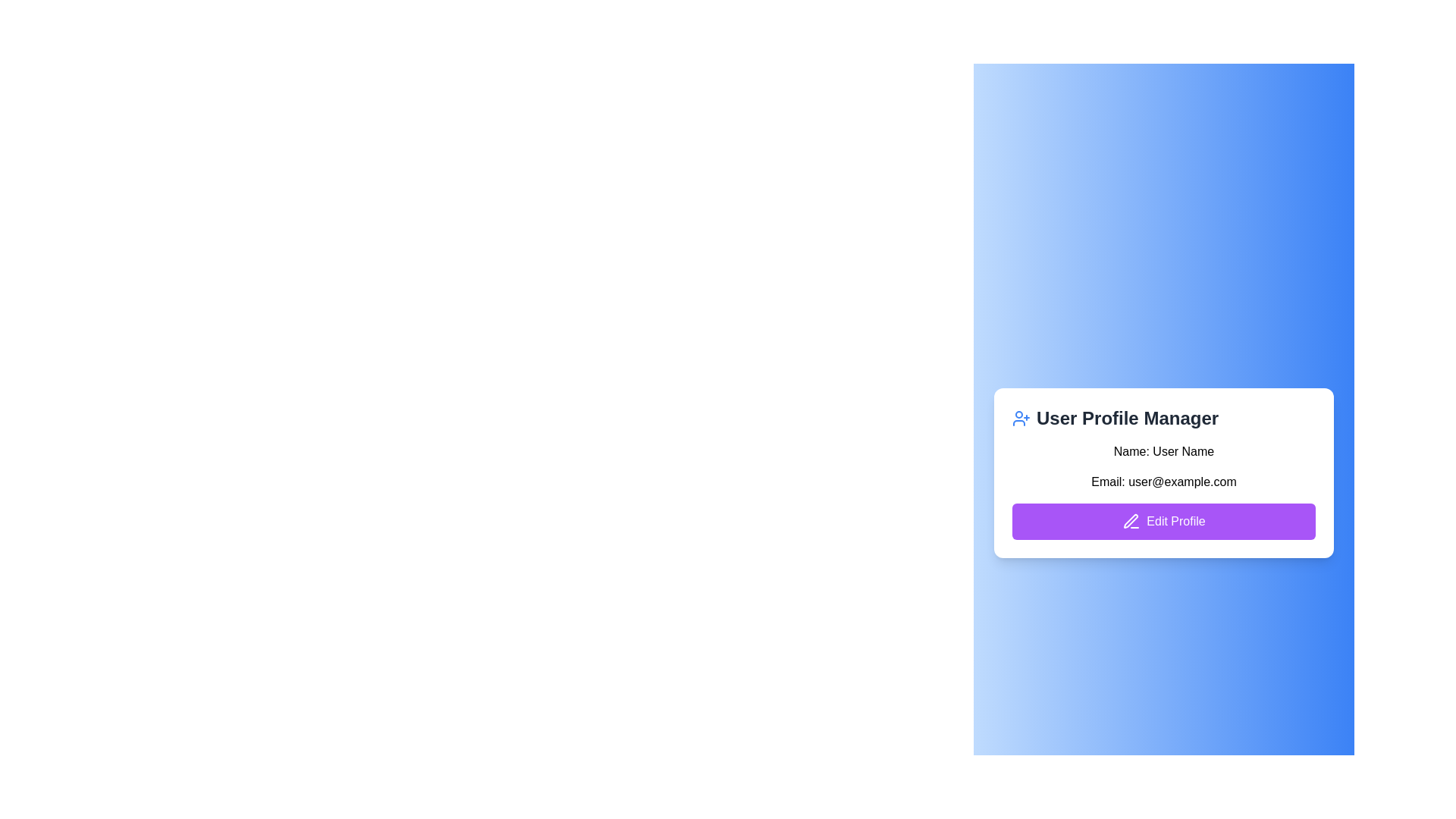  Describe the element at coordinates (1163, 520) in the screenshot. I see `the button located at the bottom of the profile card` at that location.